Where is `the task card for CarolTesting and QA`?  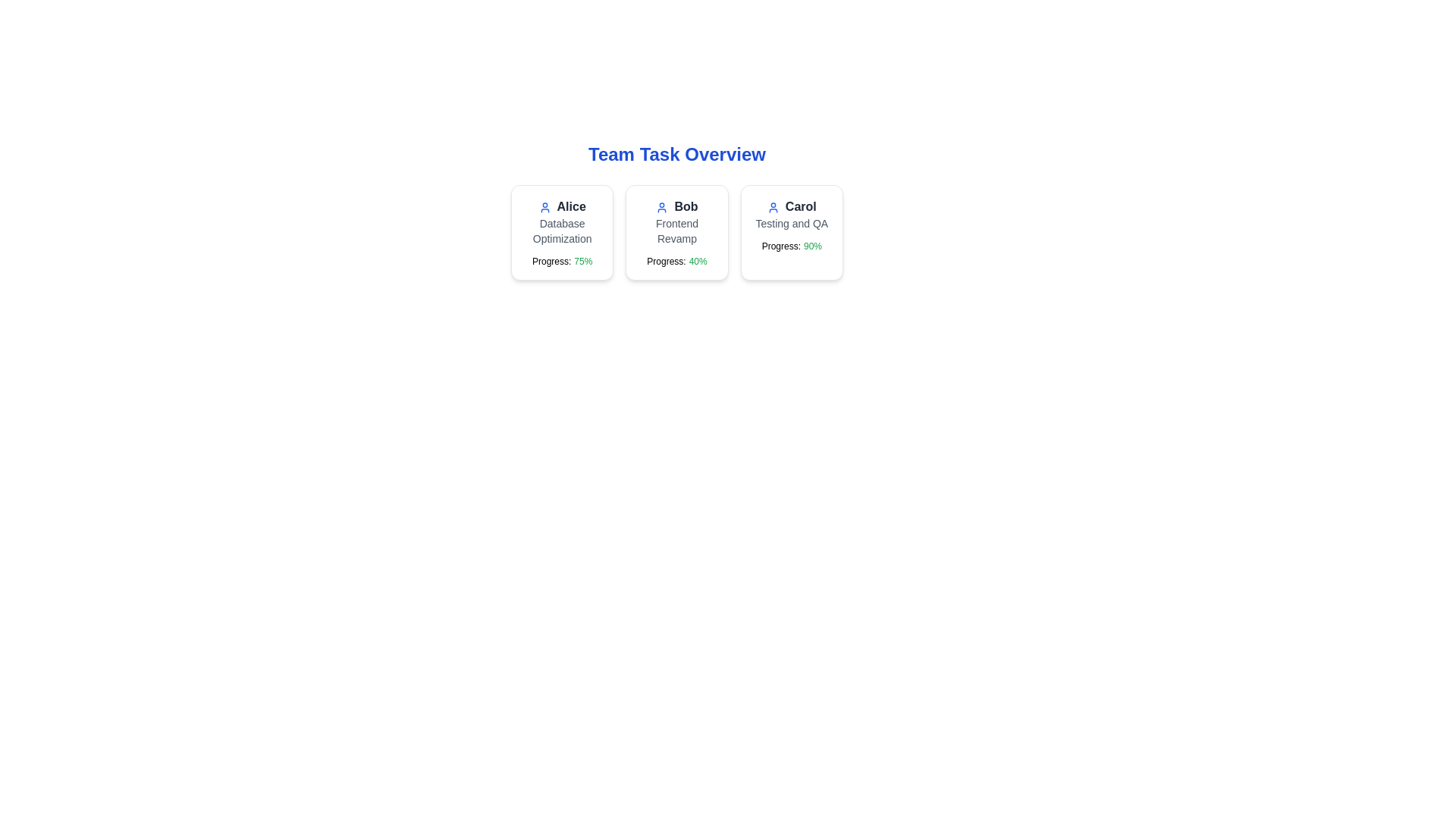
the task card for CarolTesting and QA is located at coordinates (791, 233).